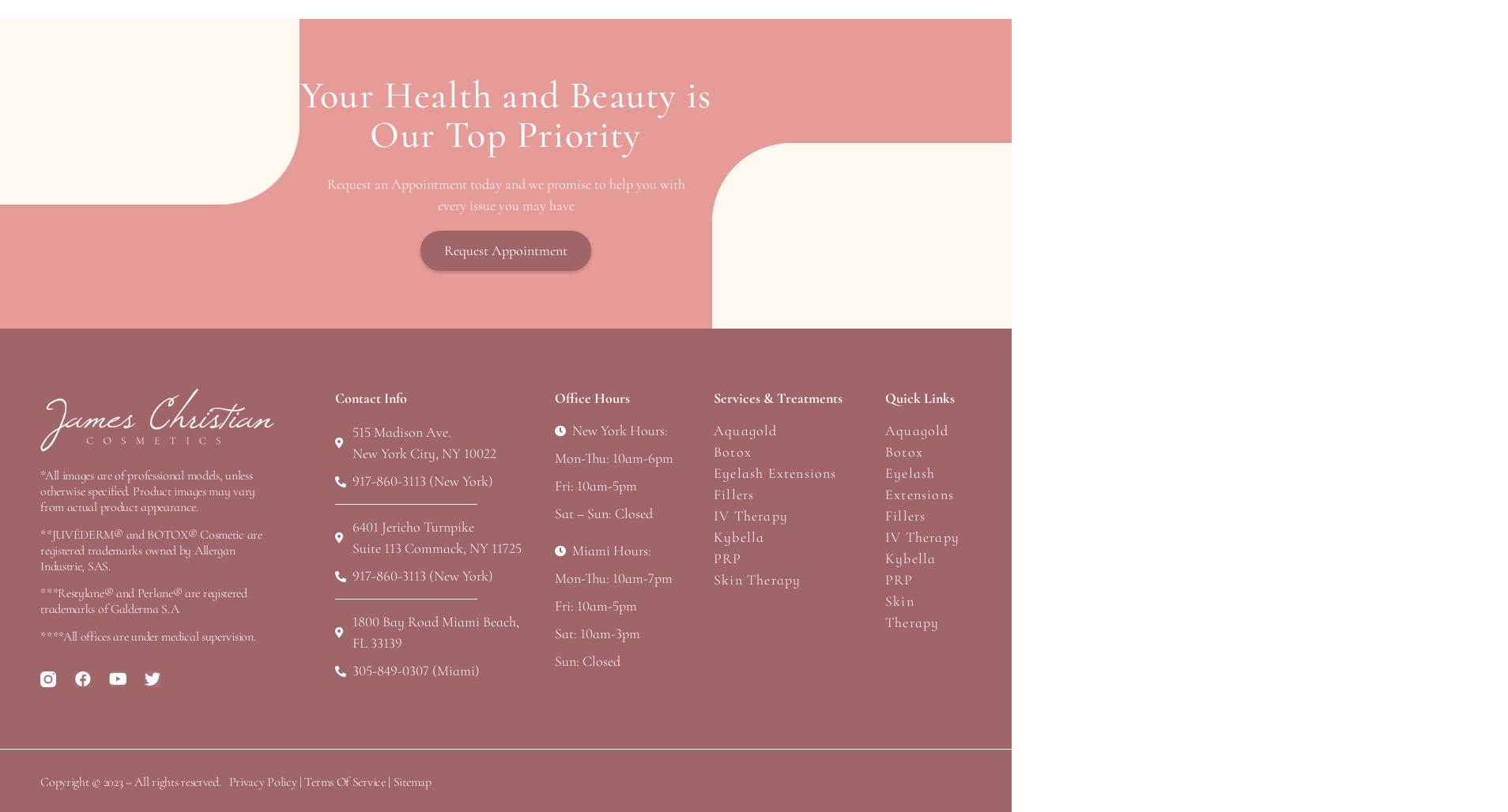  What do you see at coordinates (596, 633) in the screenshot?
I see `'Sat: 10am-3pm'` at bounding box center [596, 633].